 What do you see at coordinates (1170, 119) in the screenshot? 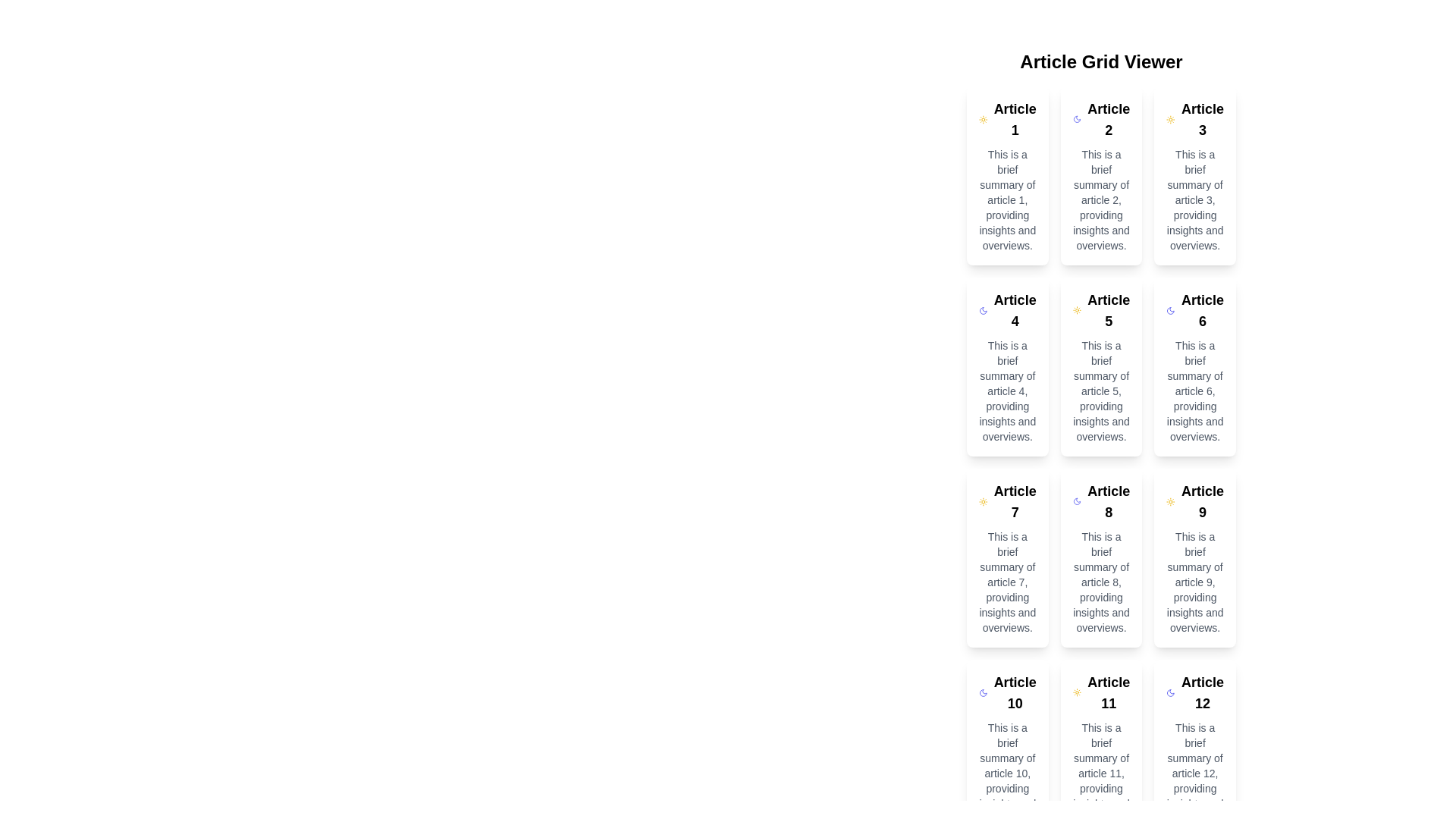
I see `the decorative icon located in the header section of the third article, which is positioned directly to the left of the text 'Article 3'` at bounding box center [1170, 119].